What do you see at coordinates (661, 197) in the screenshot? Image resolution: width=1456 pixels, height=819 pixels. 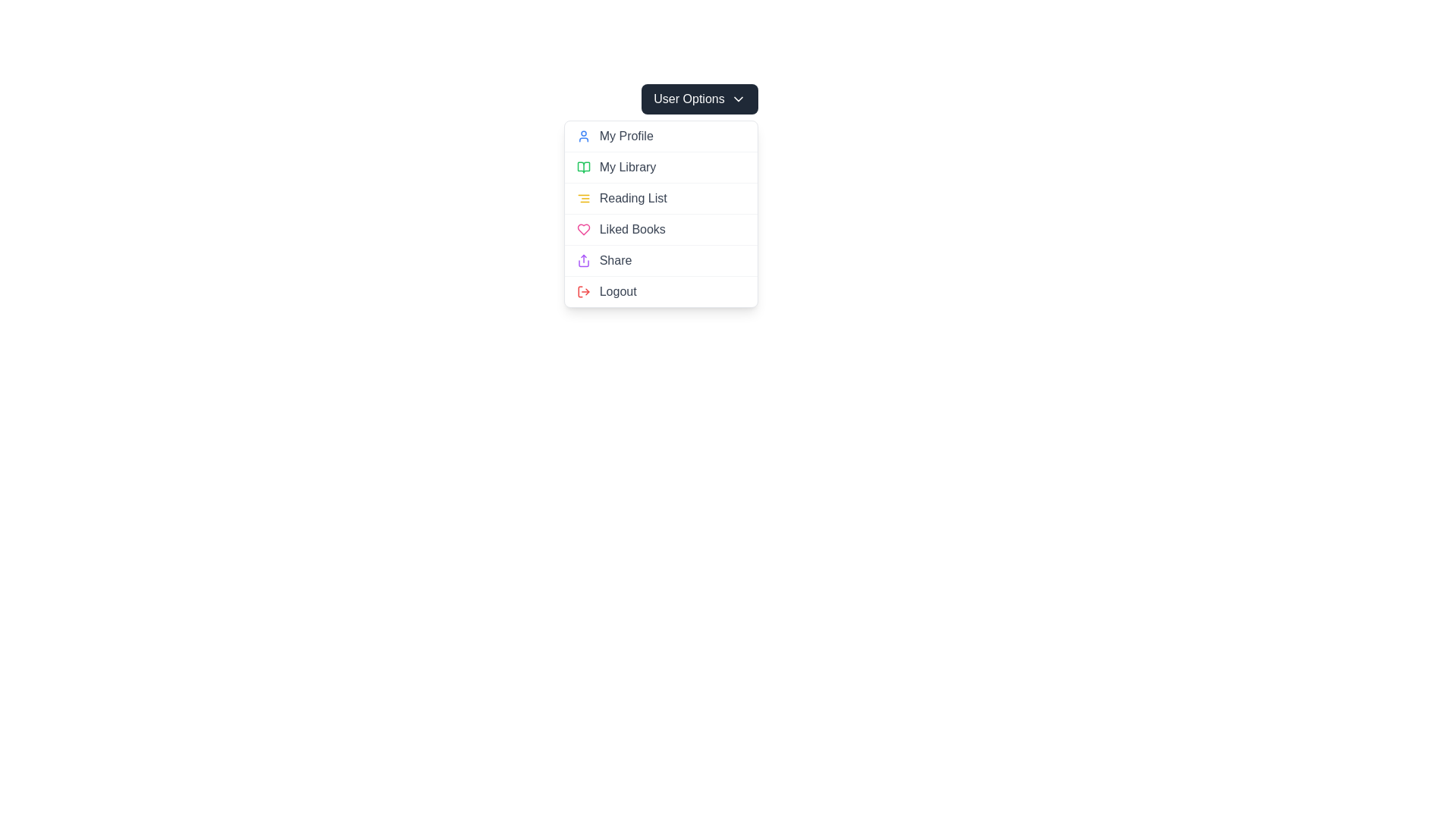 I see `the 'Reading List' menu item, which is the third item in the vertical menu under 'User Options'` at bounding box center [661, 197].